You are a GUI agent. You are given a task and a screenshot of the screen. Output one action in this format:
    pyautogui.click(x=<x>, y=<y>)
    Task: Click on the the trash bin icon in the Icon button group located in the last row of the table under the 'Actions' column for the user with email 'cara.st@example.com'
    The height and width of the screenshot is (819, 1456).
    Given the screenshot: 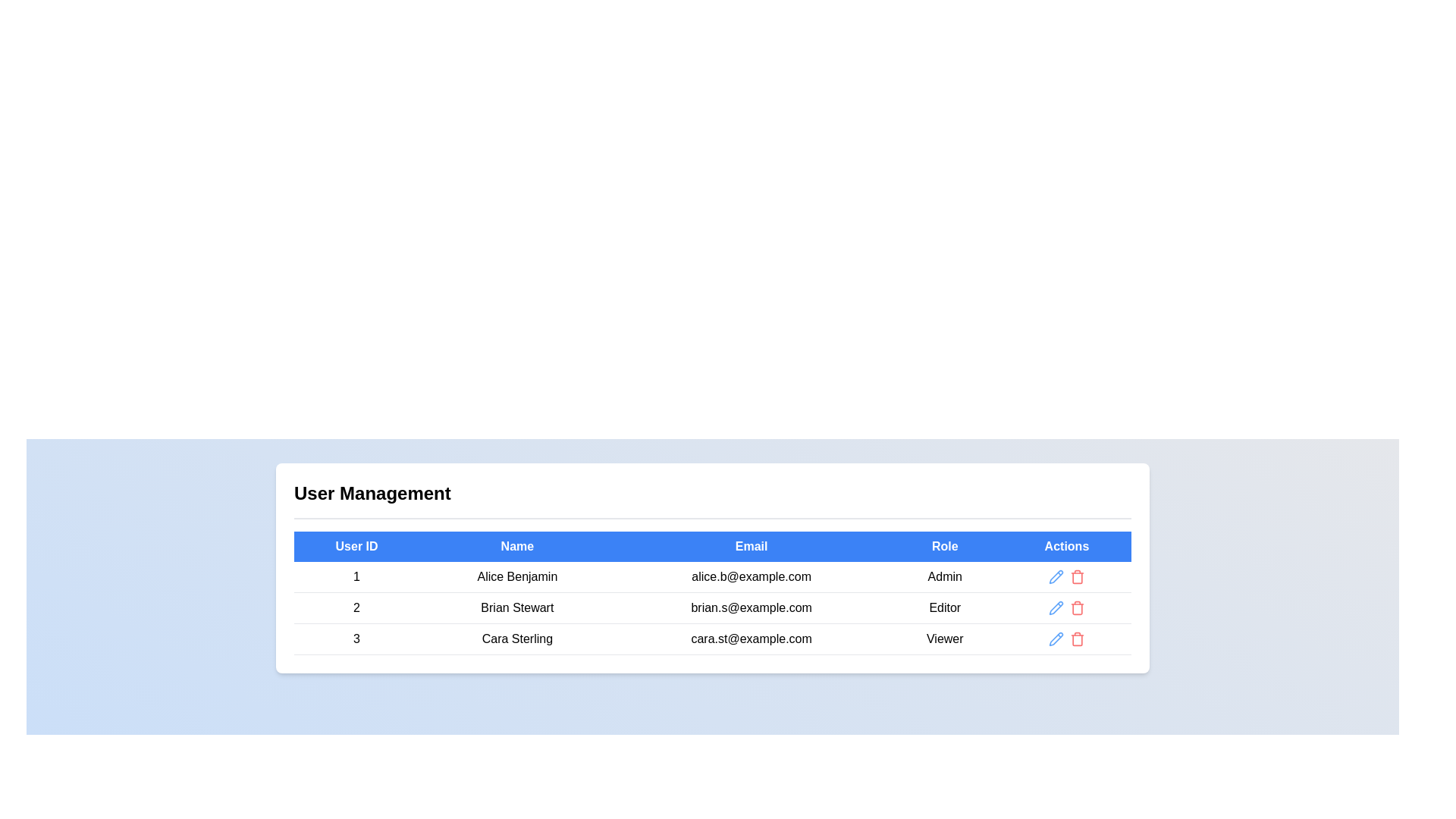 What is the action you would take?
    pyautogui.click(x=1065, y=639)
    